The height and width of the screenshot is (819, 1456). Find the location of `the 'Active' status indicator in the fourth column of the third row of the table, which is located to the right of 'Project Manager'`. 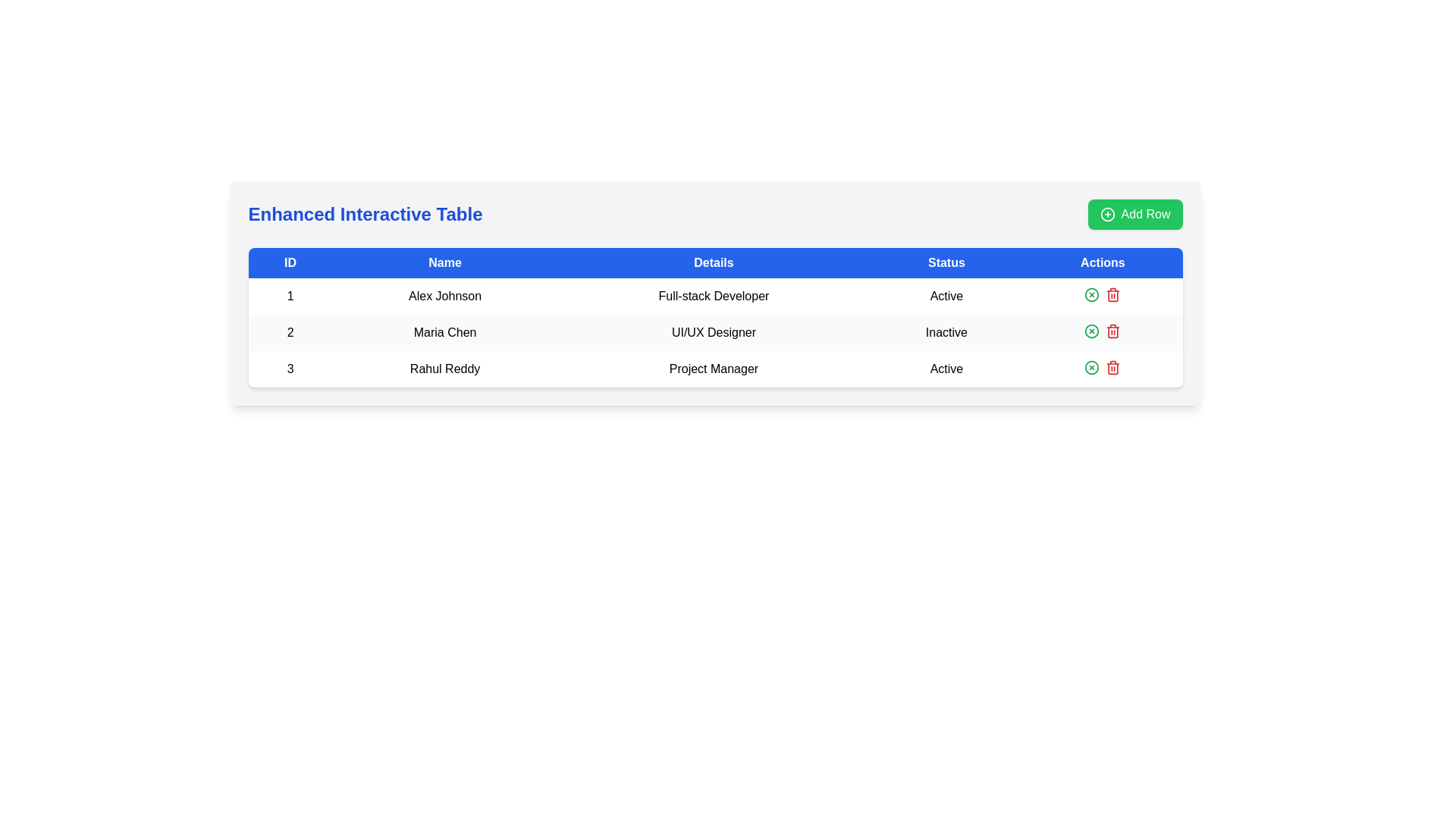

the 'Active' status indicator in the fourth column of the third row of the table, which is located to the right of 'Project Manager' is located at coordinates (946, 369).